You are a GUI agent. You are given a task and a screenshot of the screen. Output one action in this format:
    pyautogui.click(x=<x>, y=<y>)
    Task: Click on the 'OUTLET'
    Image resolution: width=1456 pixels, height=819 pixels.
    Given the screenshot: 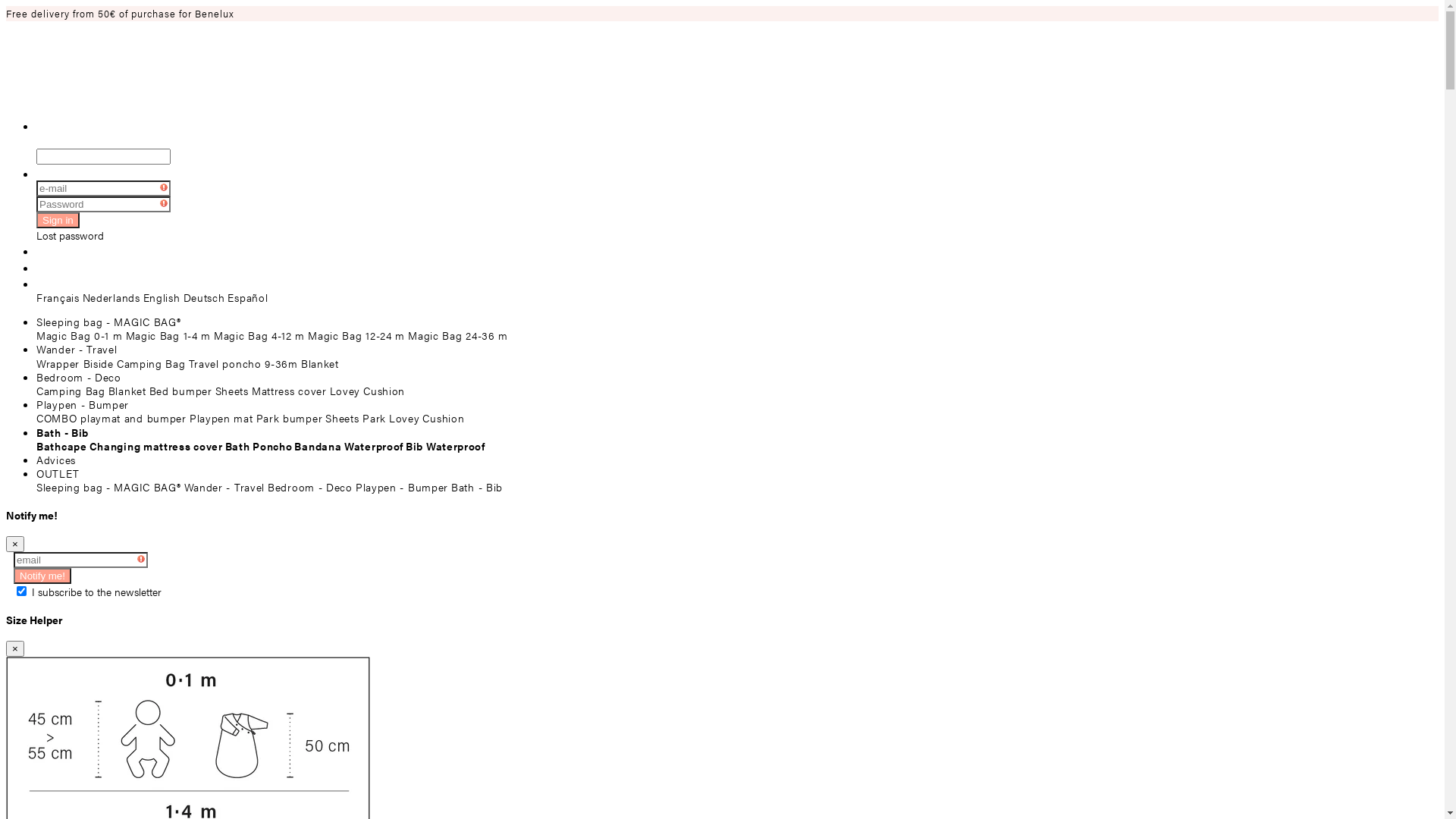 What is the action you would take?
    pyautogui.click(x=58, y=472)
    